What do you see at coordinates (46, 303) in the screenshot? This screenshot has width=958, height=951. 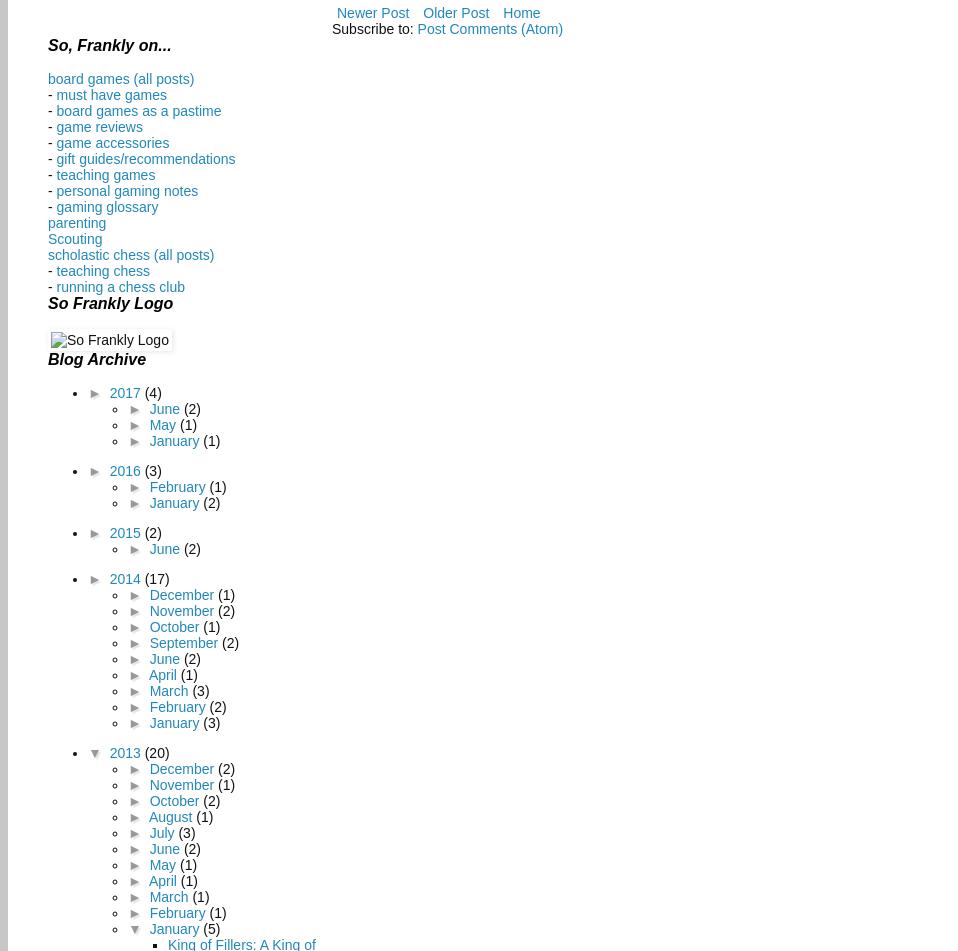 I see `'So Frankly Logo'` at bounding box center [46, 303].